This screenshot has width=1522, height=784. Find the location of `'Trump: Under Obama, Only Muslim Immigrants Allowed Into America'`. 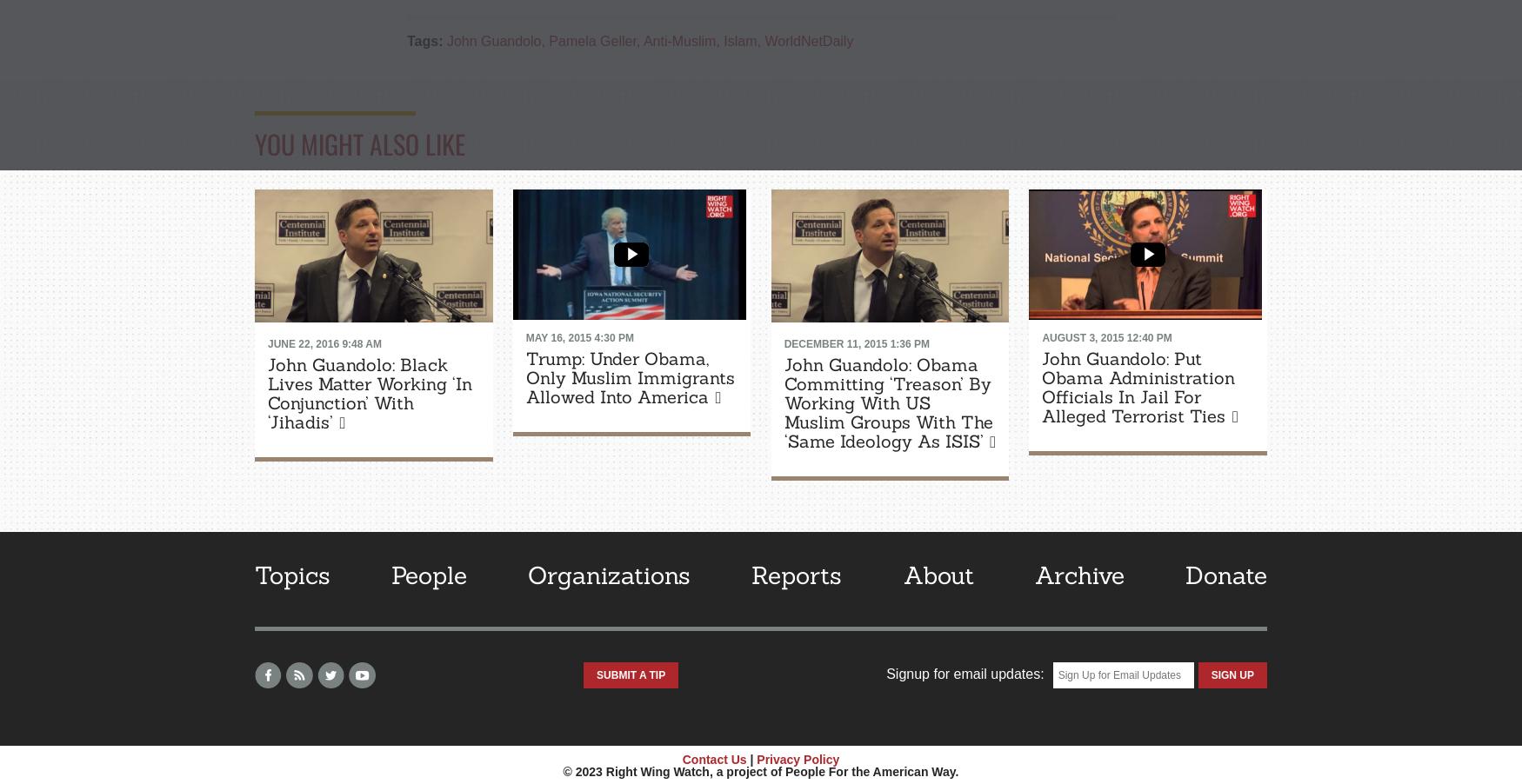

'Trump: Under Obama, Only Muslim Immigrants Allowed Into America' is located at coordinates (629, 377).